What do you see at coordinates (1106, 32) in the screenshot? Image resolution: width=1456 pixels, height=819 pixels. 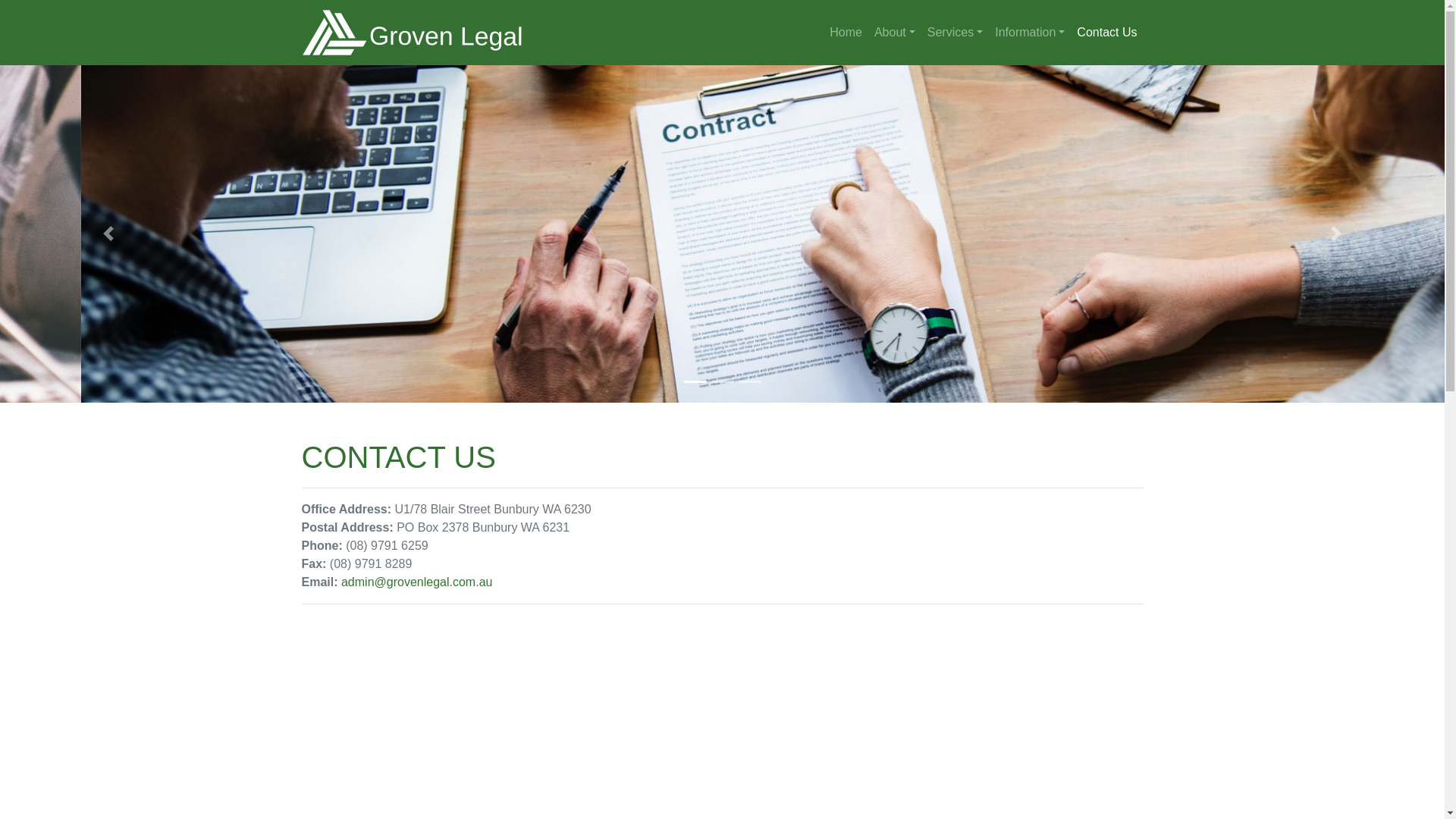 I see `'Contact Us'` at bounding box center [1106, 32].